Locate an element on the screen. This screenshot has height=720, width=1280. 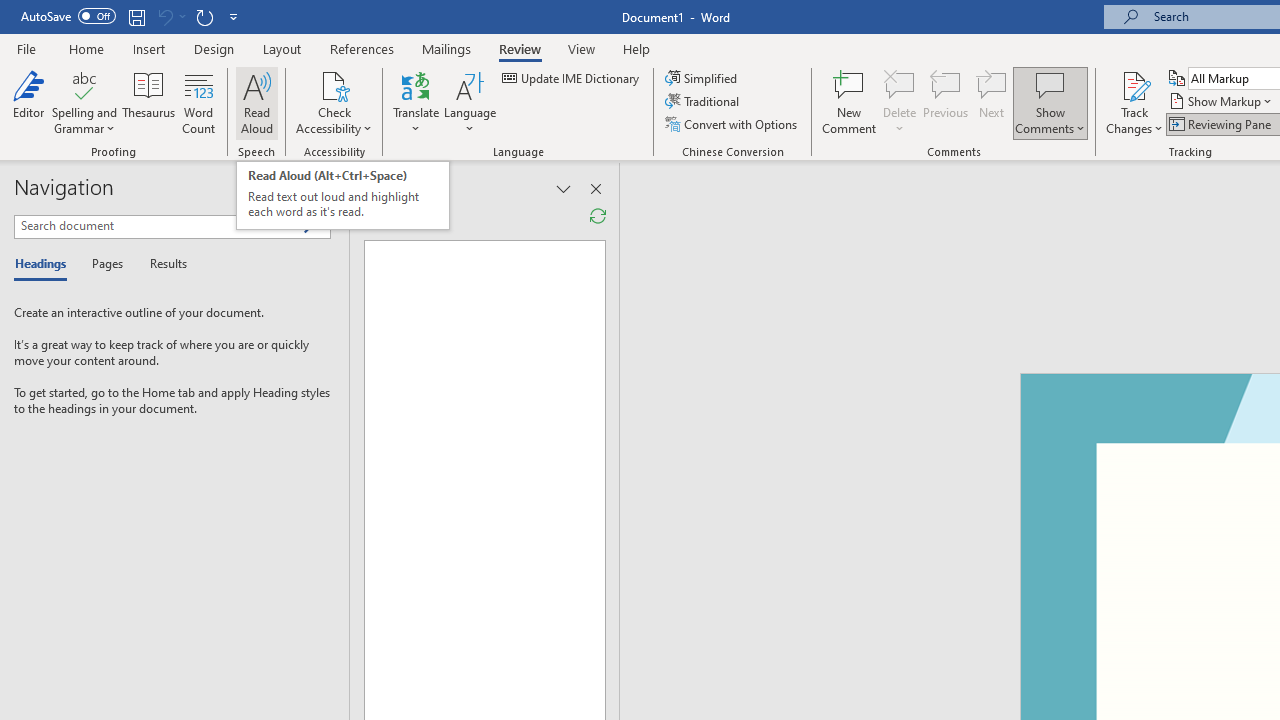
'Check Accessibility' is located at coordinates (334, 84).